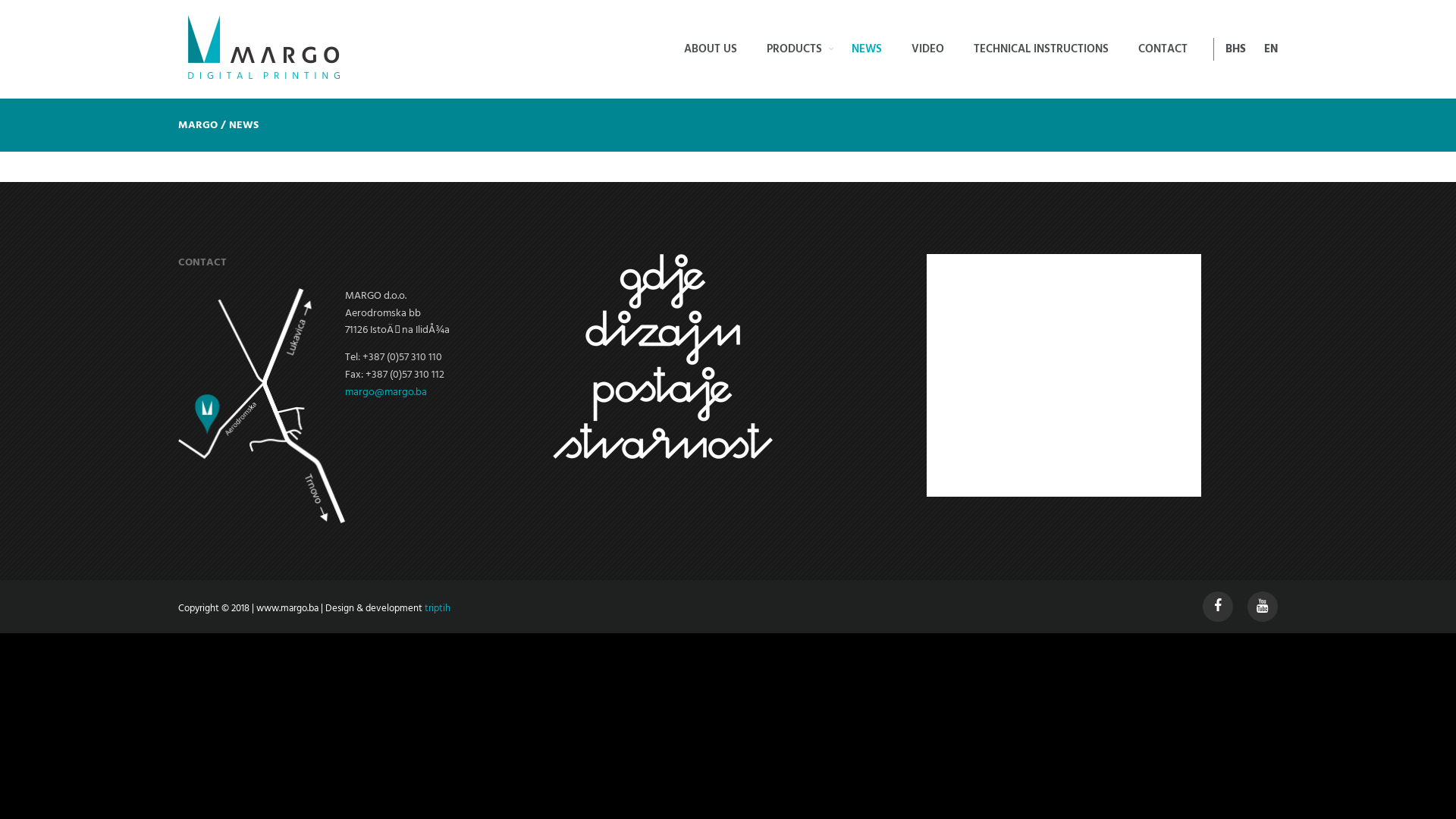 This screenshot has height=819, width=1456. I want to click on 'NEWS', so click(866, 49).